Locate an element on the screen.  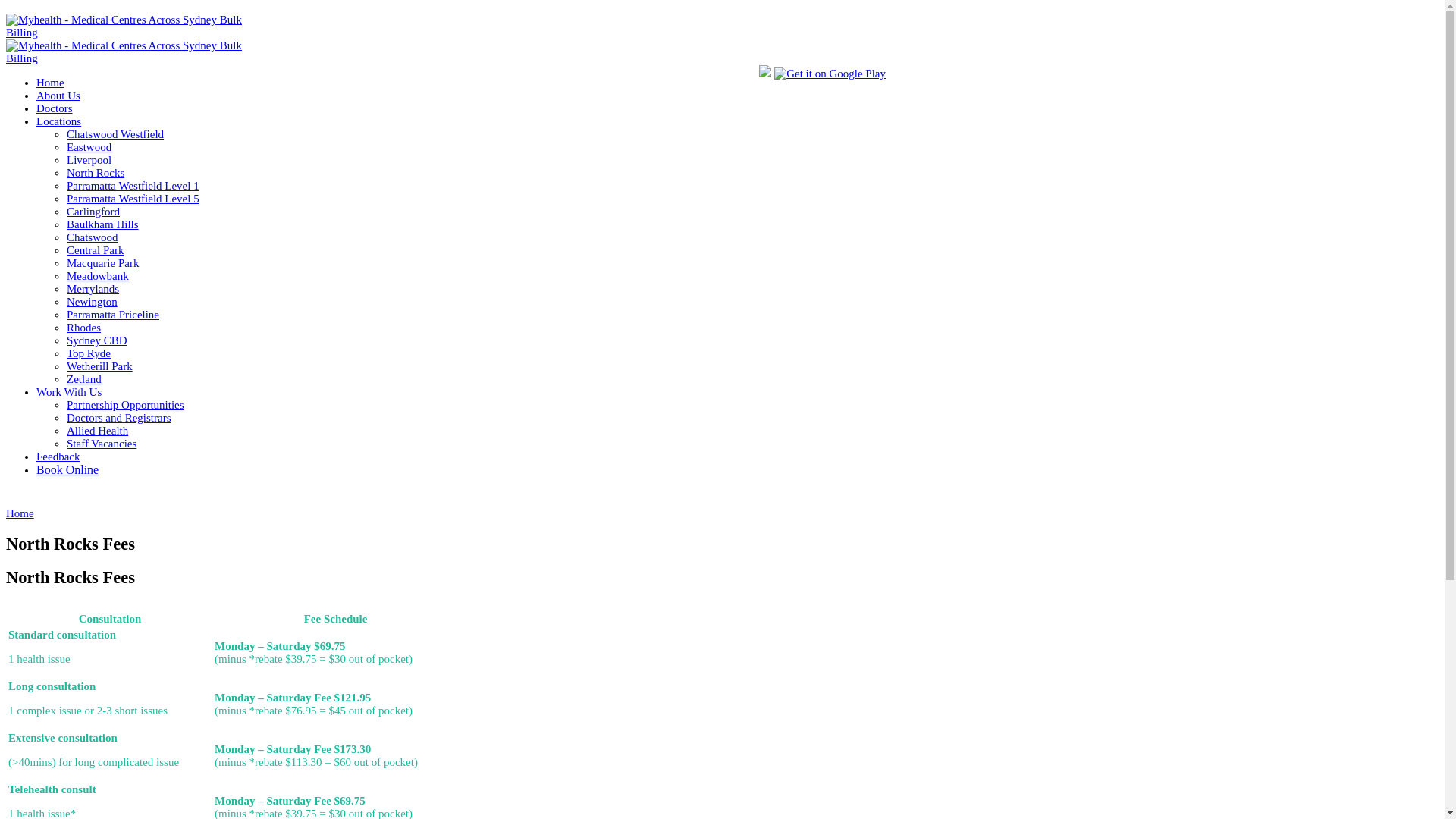
'Wetherill Park' is located at coordinates (99, 366).